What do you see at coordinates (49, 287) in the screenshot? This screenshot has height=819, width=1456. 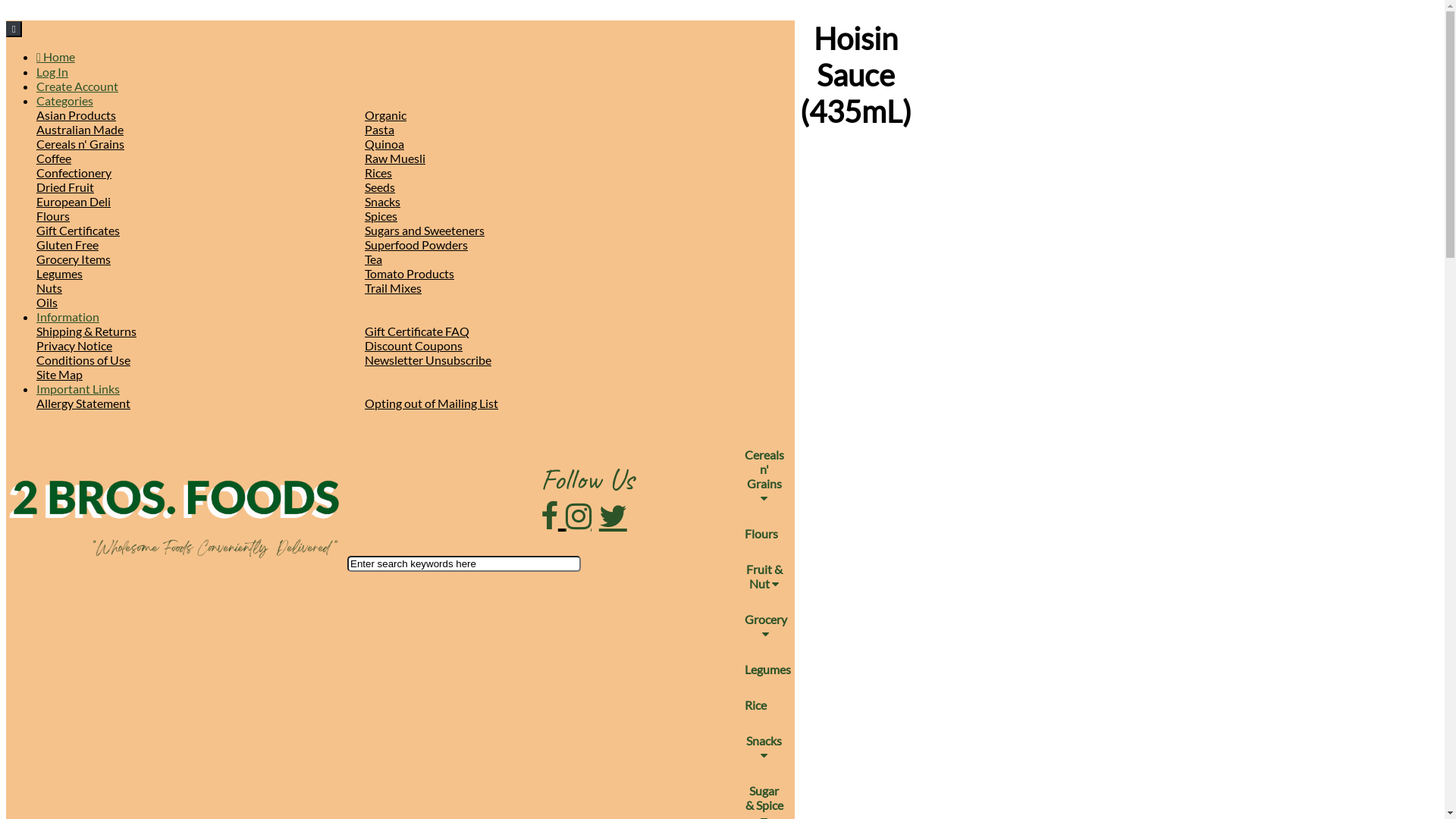 I see `'Nuts'` at bounding box center [49, 287].